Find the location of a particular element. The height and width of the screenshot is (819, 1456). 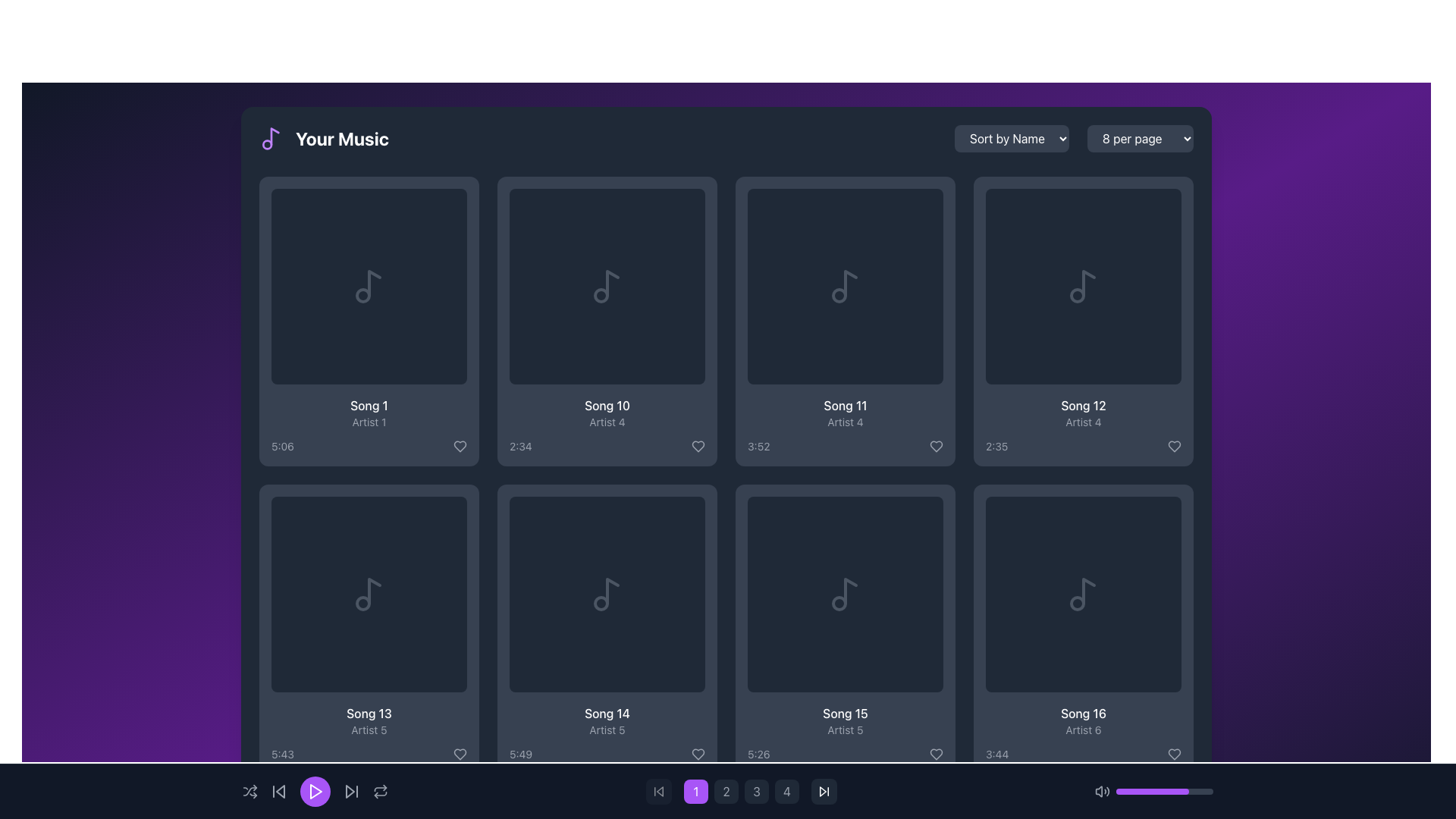

the circular button with a dark background and a right-pointing double arrow icon to activate its hover effect is located at coordinates (823, 791).